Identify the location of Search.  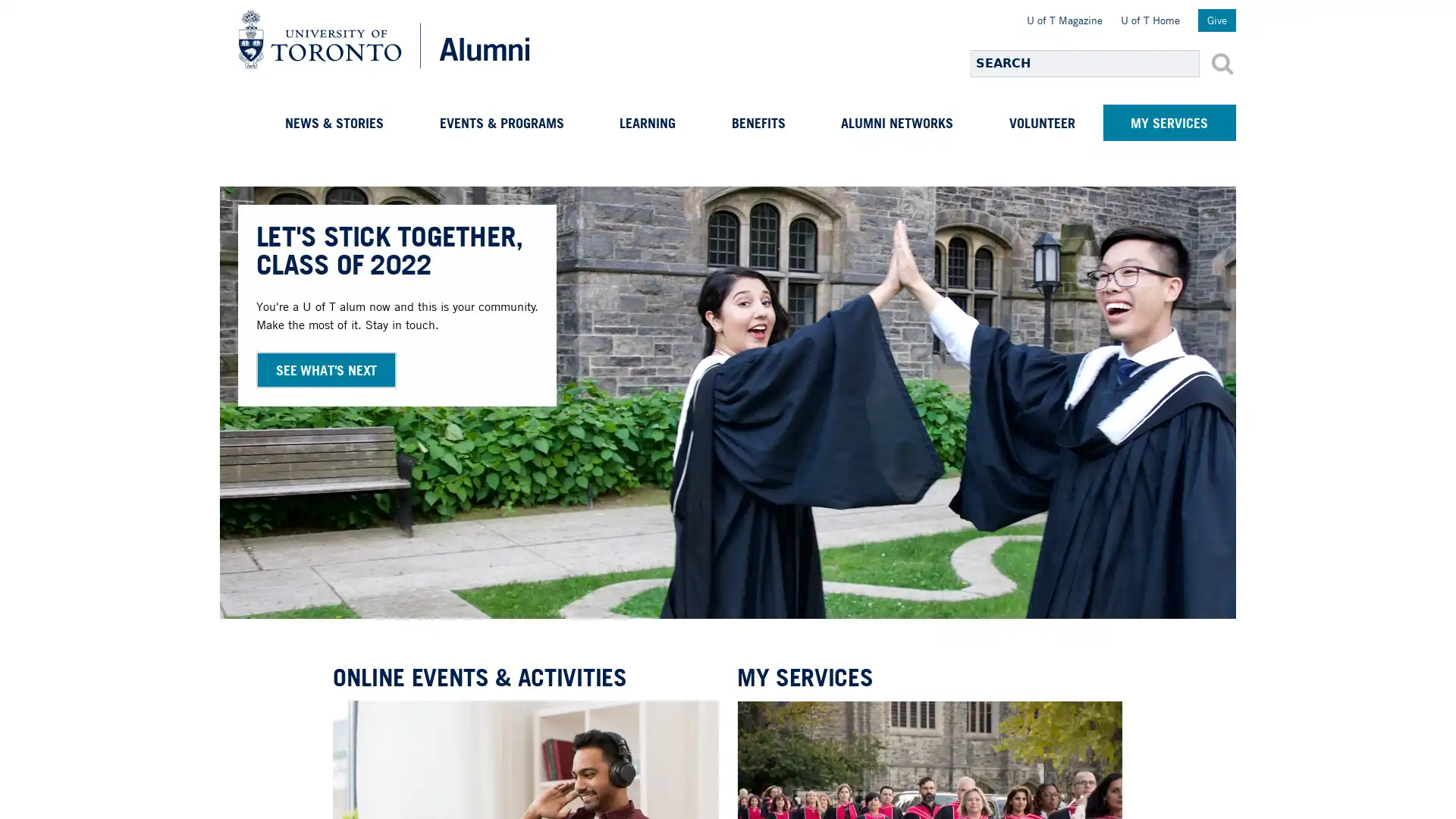
(1222, 63).